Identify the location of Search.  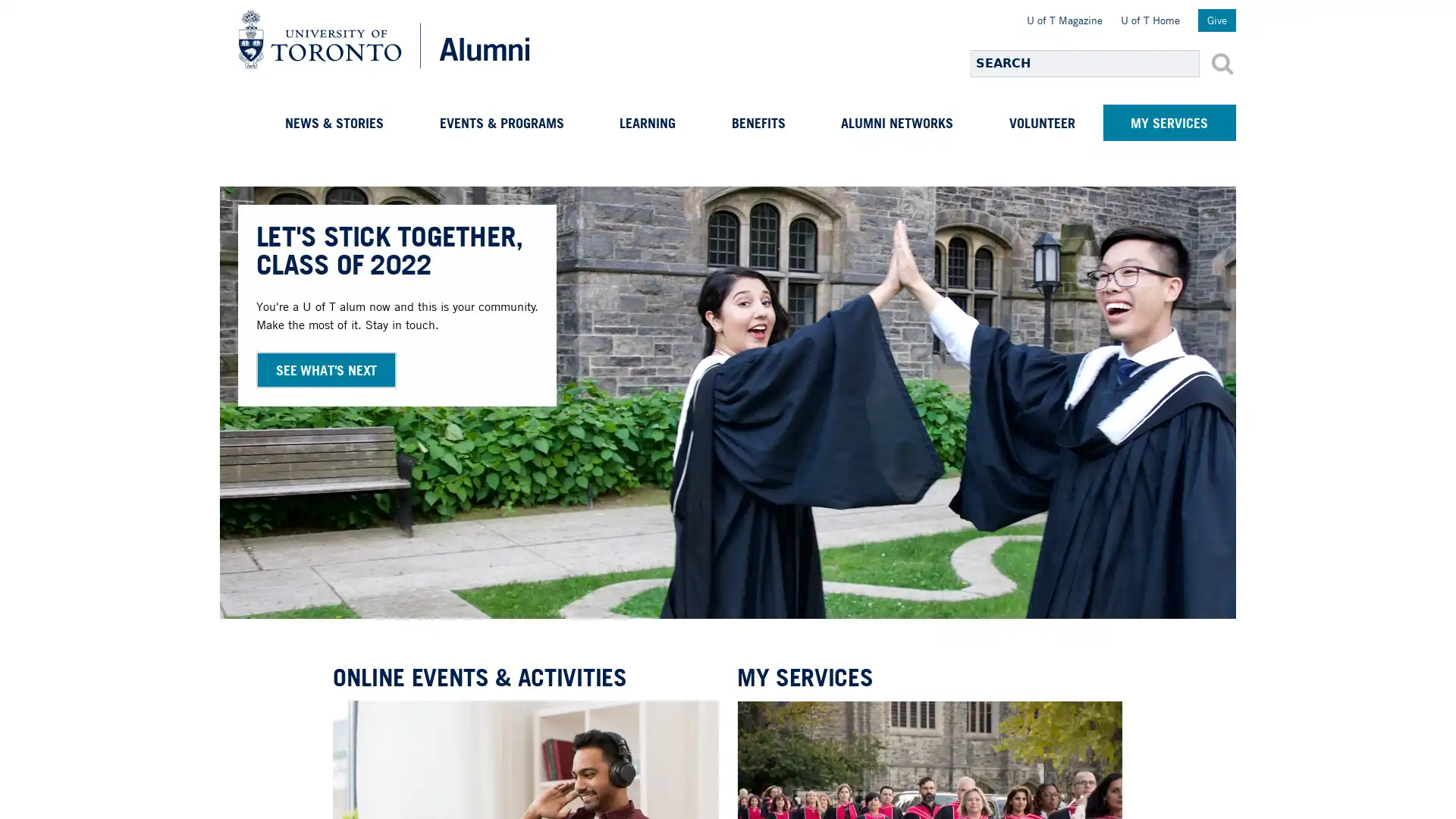
(1222, 63).